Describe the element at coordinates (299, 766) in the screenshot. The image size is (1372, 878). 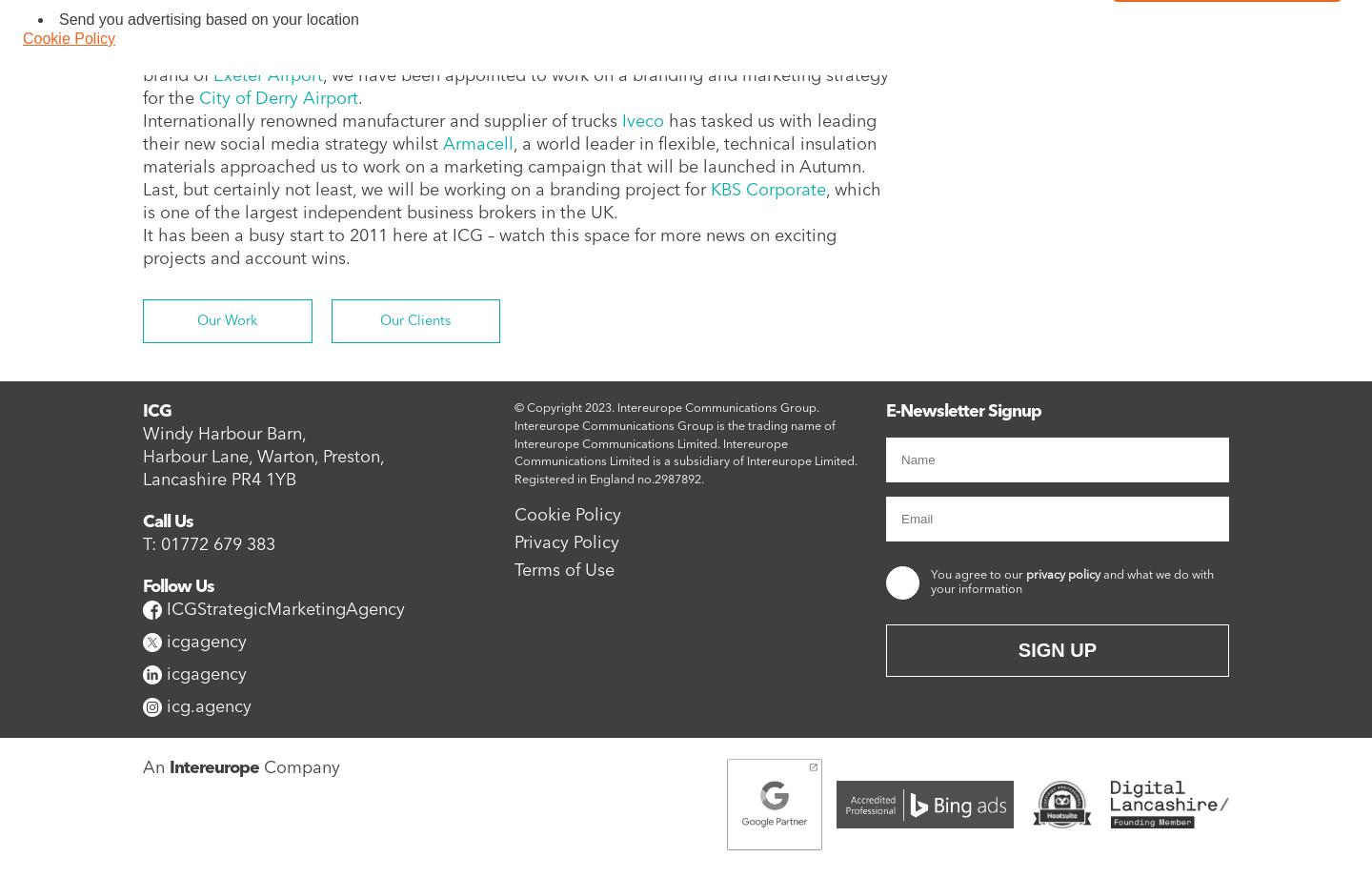
I see `'Company'` at that location.